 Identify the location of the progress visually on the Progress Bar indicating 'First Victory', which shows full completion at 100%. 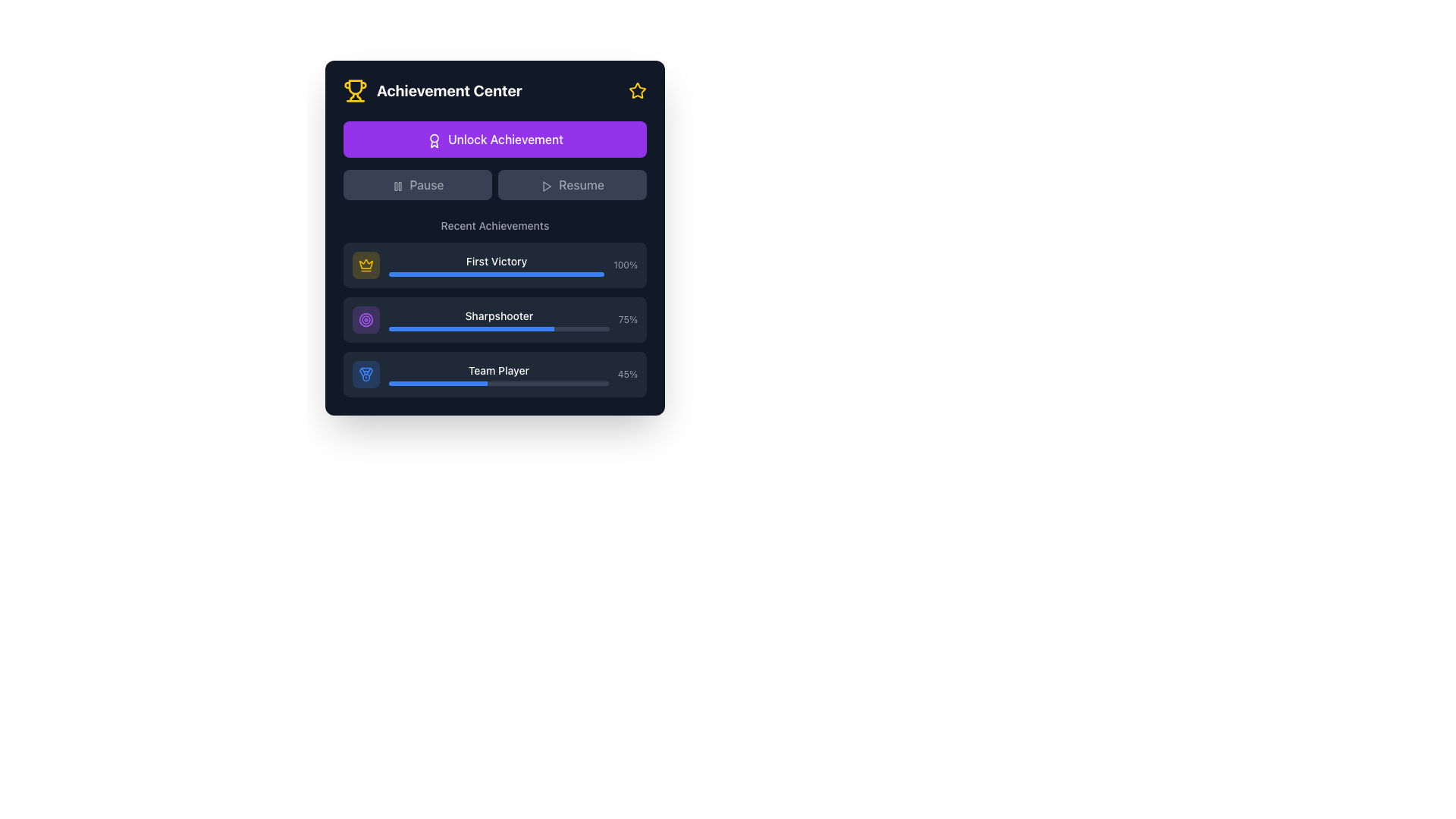
(497, 275).